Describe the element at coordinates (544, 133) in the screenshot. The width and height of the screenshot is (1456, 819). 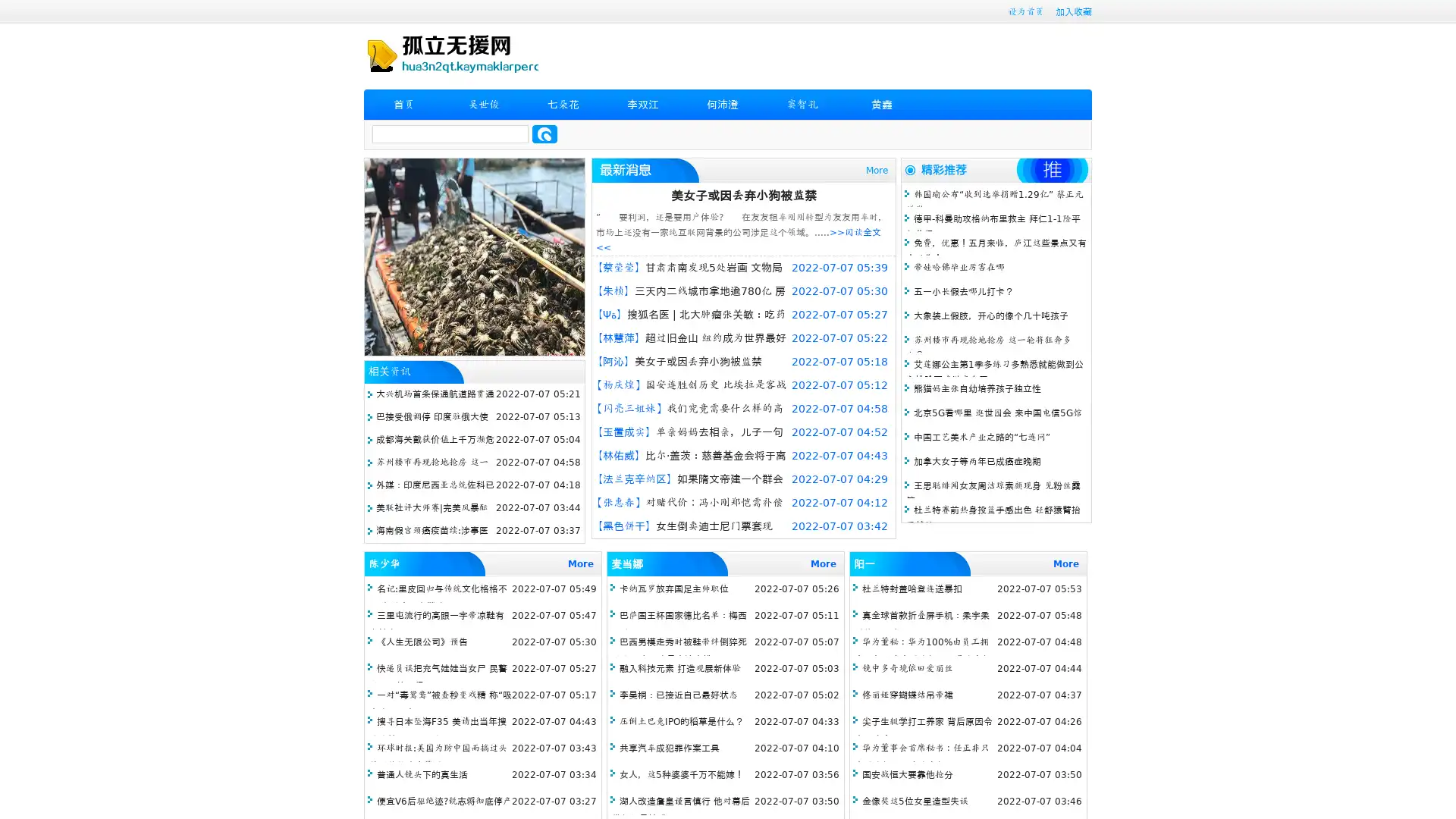
I see `Search` at that location.